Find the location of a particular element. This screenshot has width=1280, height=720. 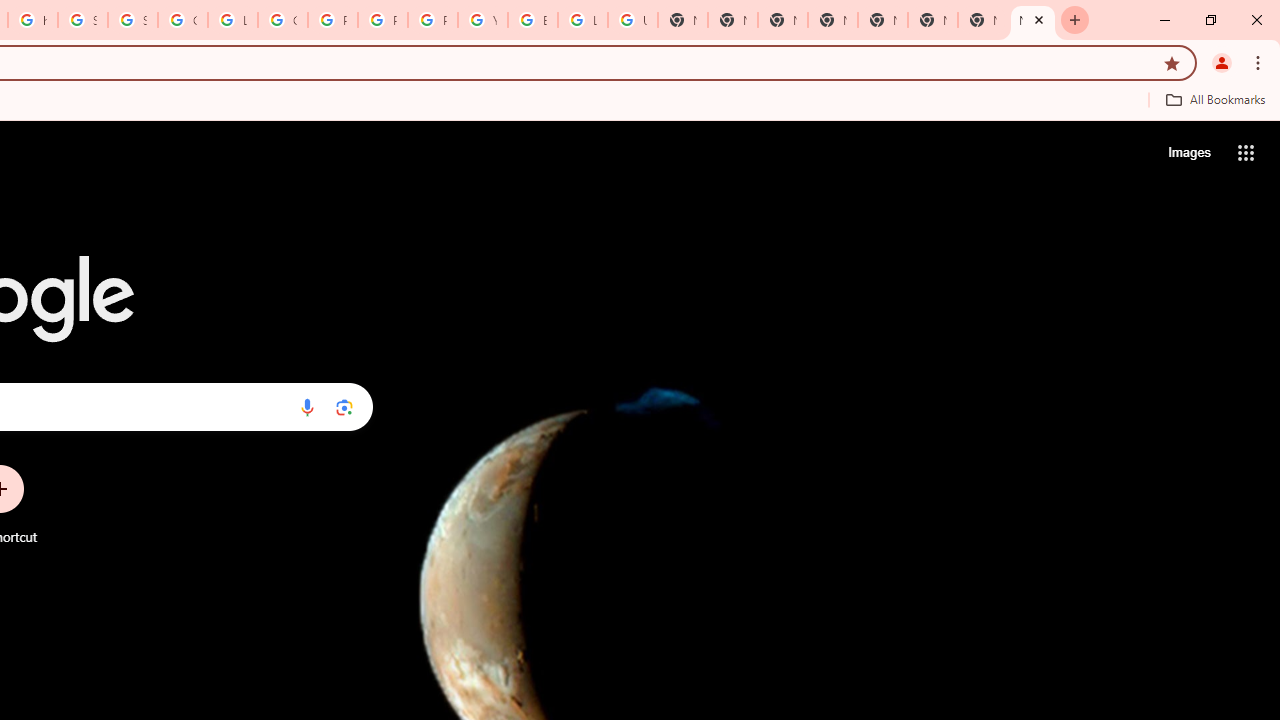

'Search by voice' is located at coordinates (306, 406).